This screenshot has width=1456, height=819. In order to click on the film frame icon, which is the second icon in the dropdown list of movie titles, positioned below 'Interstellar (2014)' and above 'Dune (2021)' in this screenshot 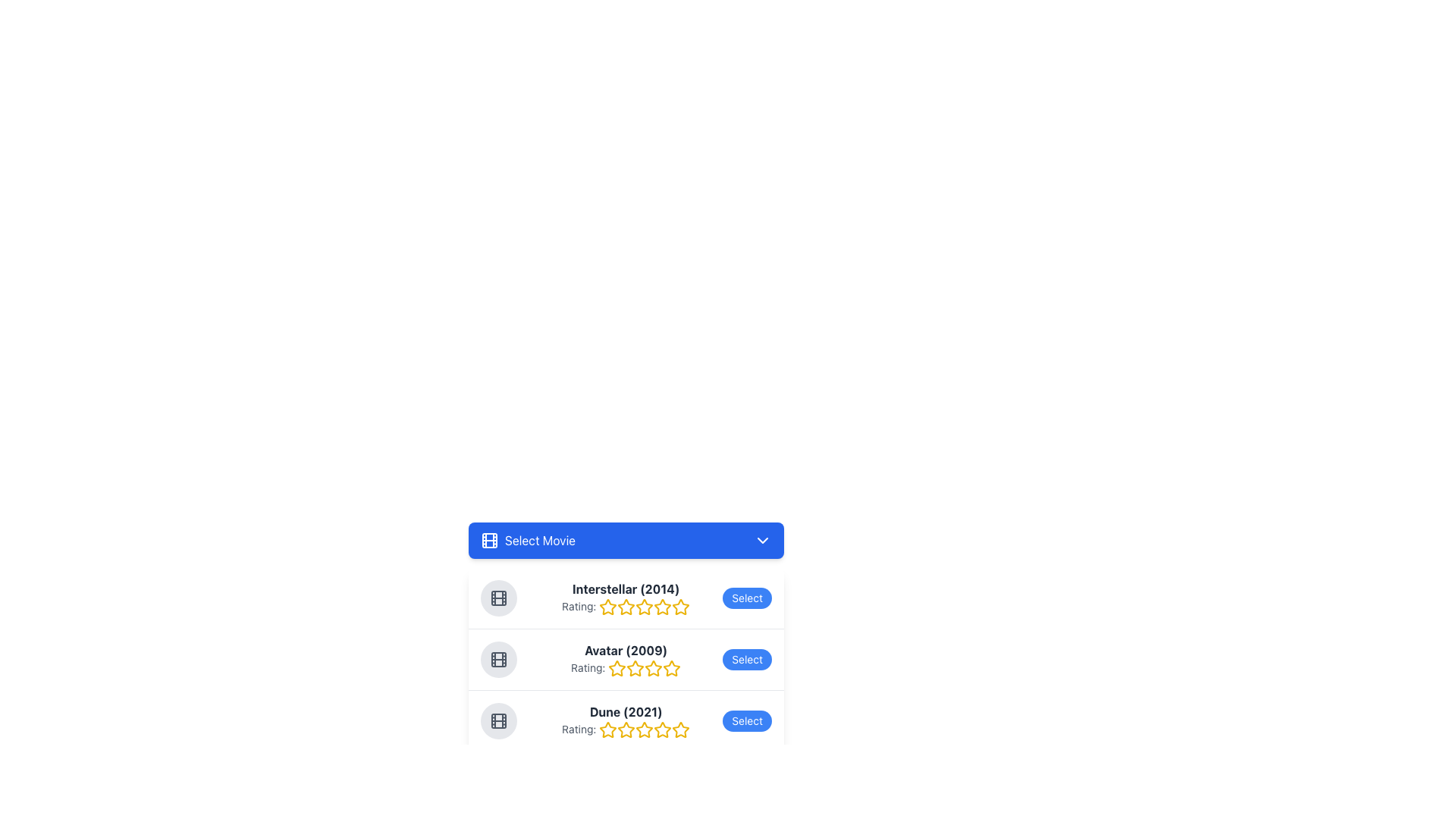, I will do `click(498, 659)`.